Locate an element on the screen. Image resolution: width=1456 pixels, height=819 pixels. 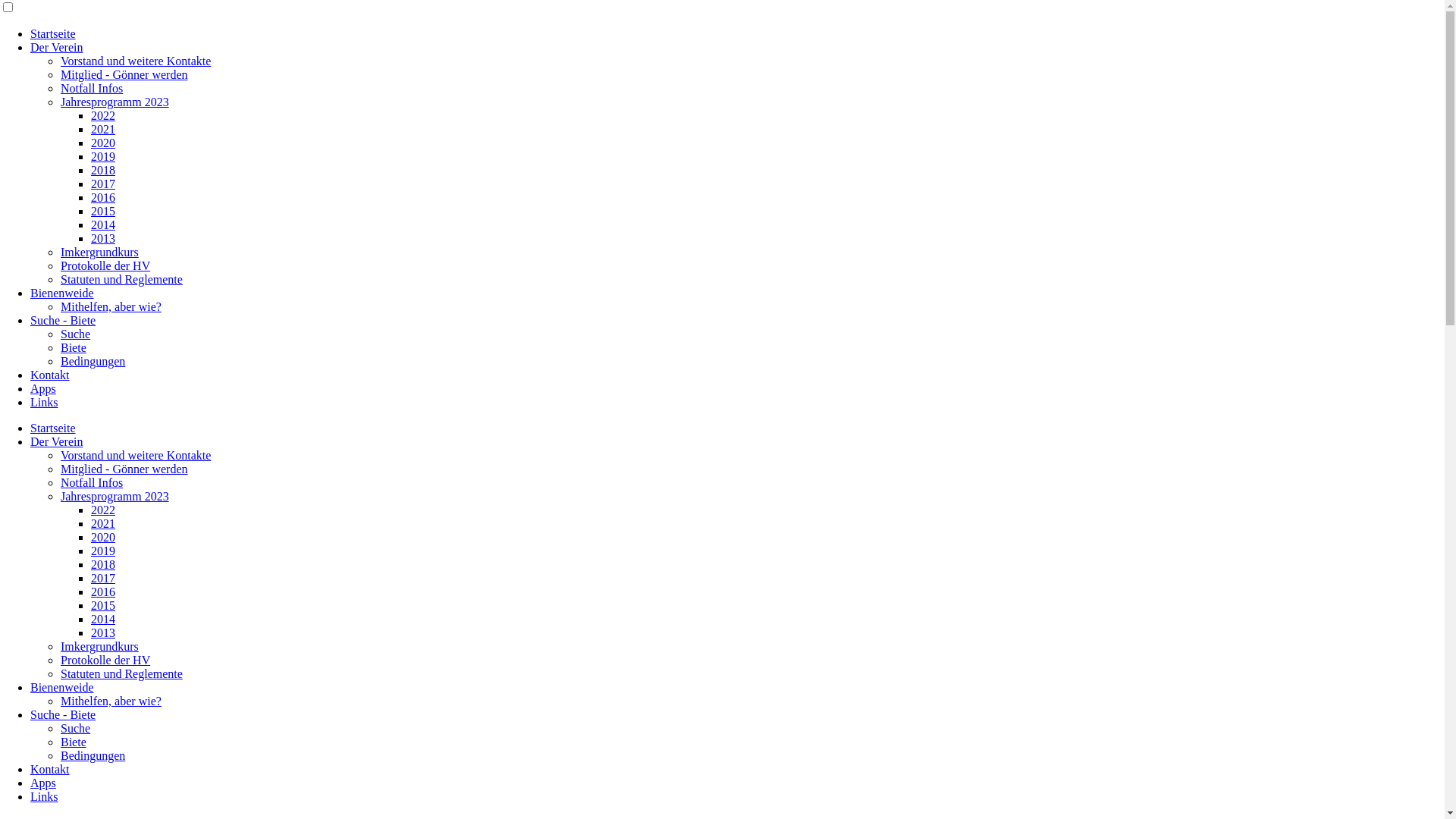
'Bienenweide' is located at coordinates (61, 293).